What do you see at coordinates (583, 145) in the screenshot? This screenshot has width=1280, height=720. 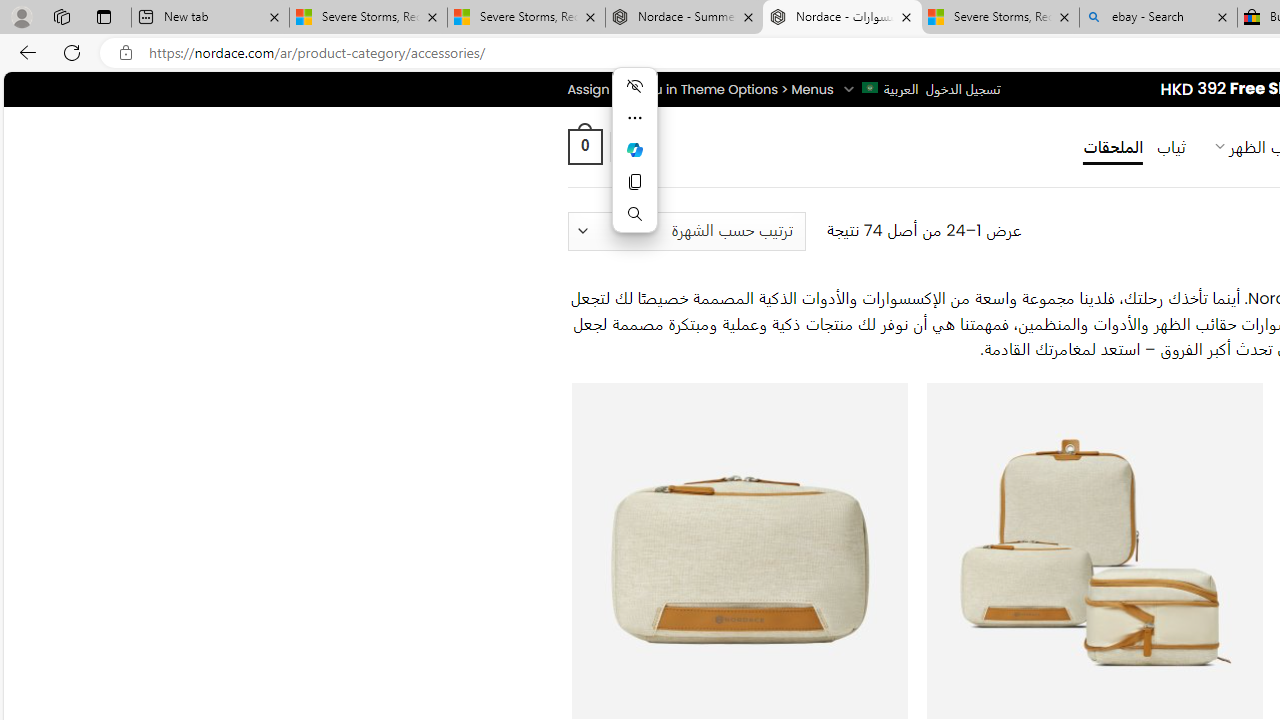 I see `' 0 '` at bounding box center [583, 145].